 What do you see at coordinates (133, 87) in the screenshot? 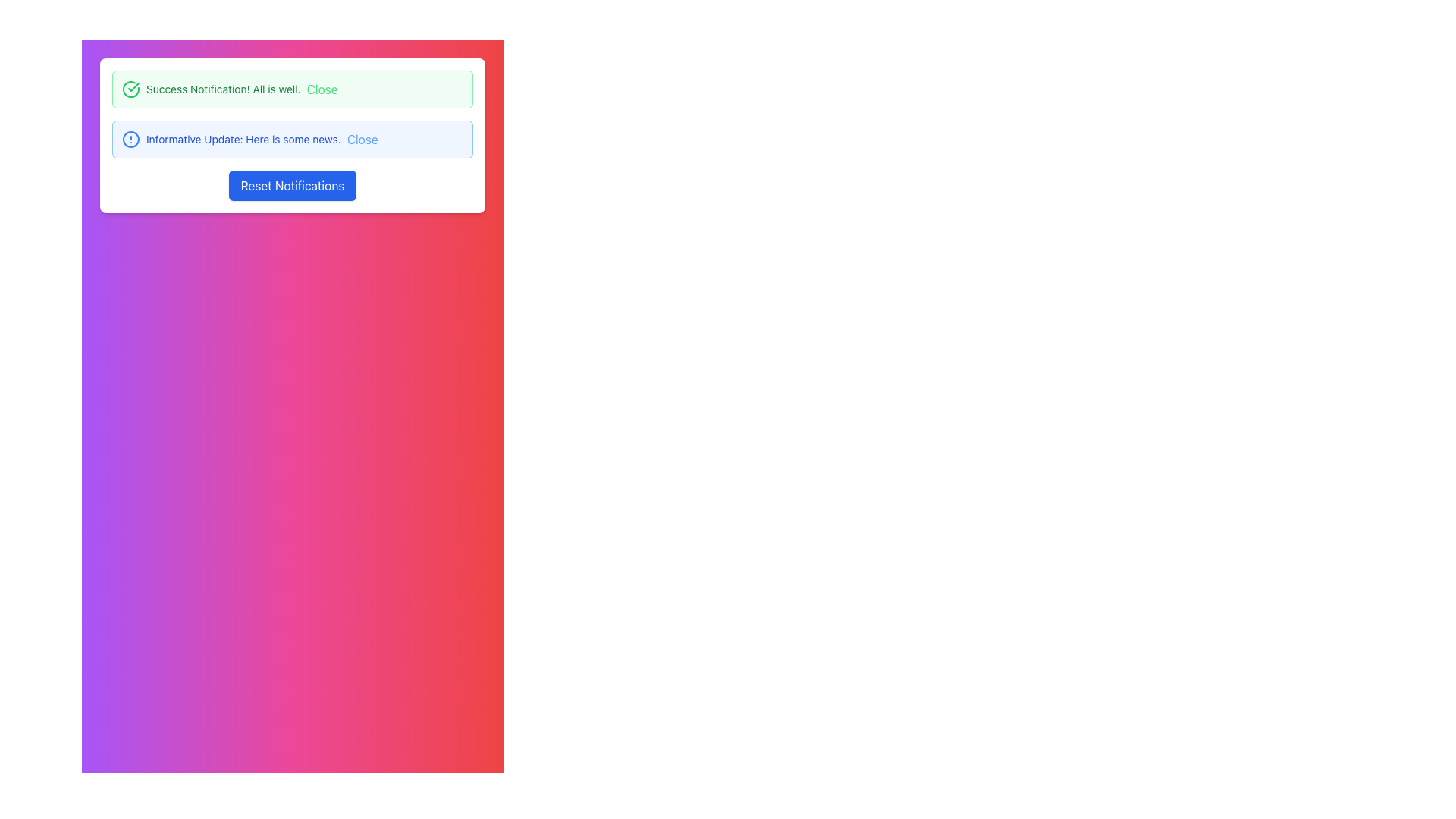
I see `the checkmark icon indicating successful completion within the success notification card located at the top of the interface` at bounding box center [133, 87].